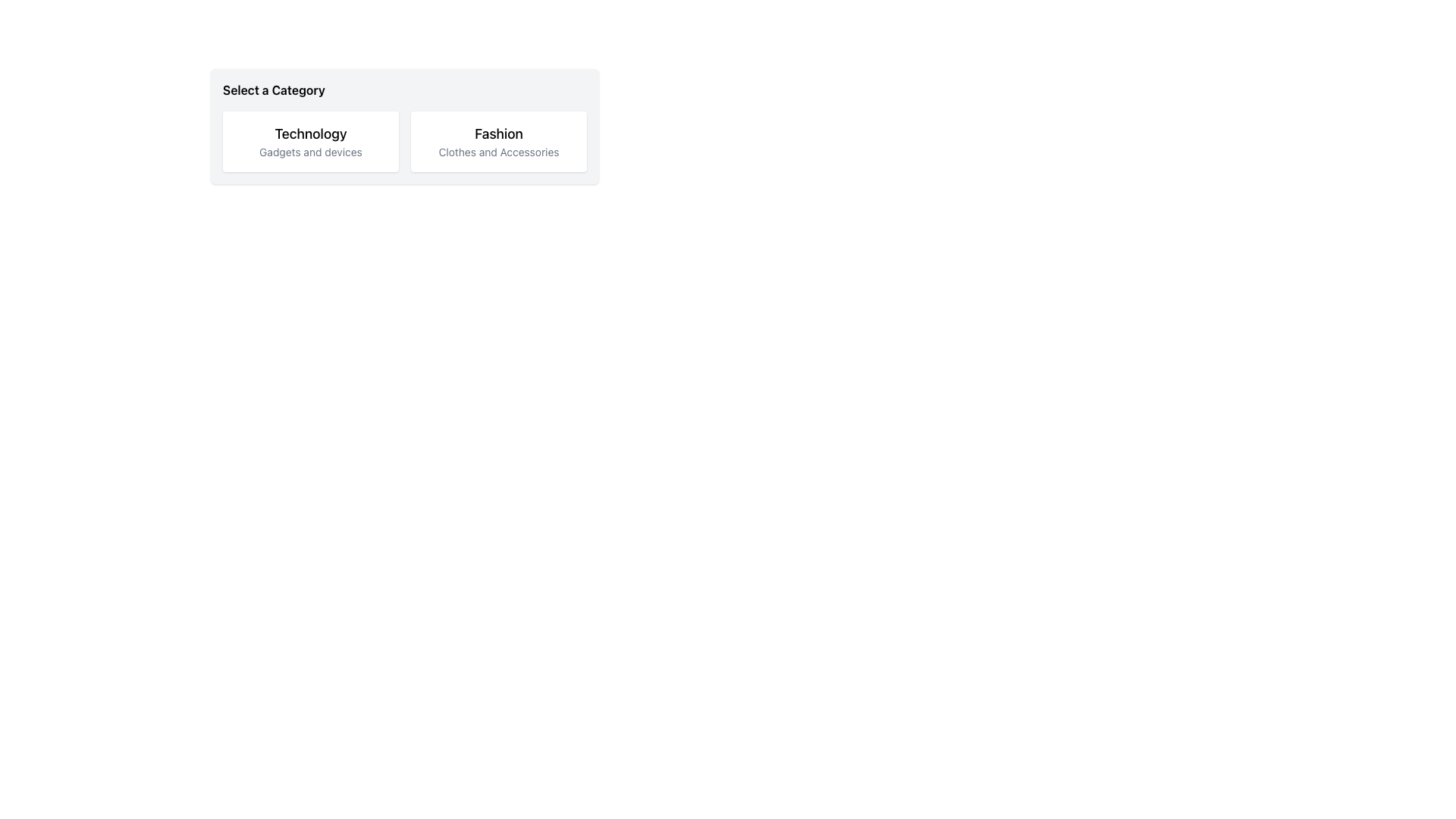 The height and width of the screenshot is (819, 1456). Describe the element at coordinates (274, 90) in the screenshot. I see `the text label displaying 'Select a Category', which is a bold font aligned at the top of the content section, centered horizontally above the category cards` at that location.